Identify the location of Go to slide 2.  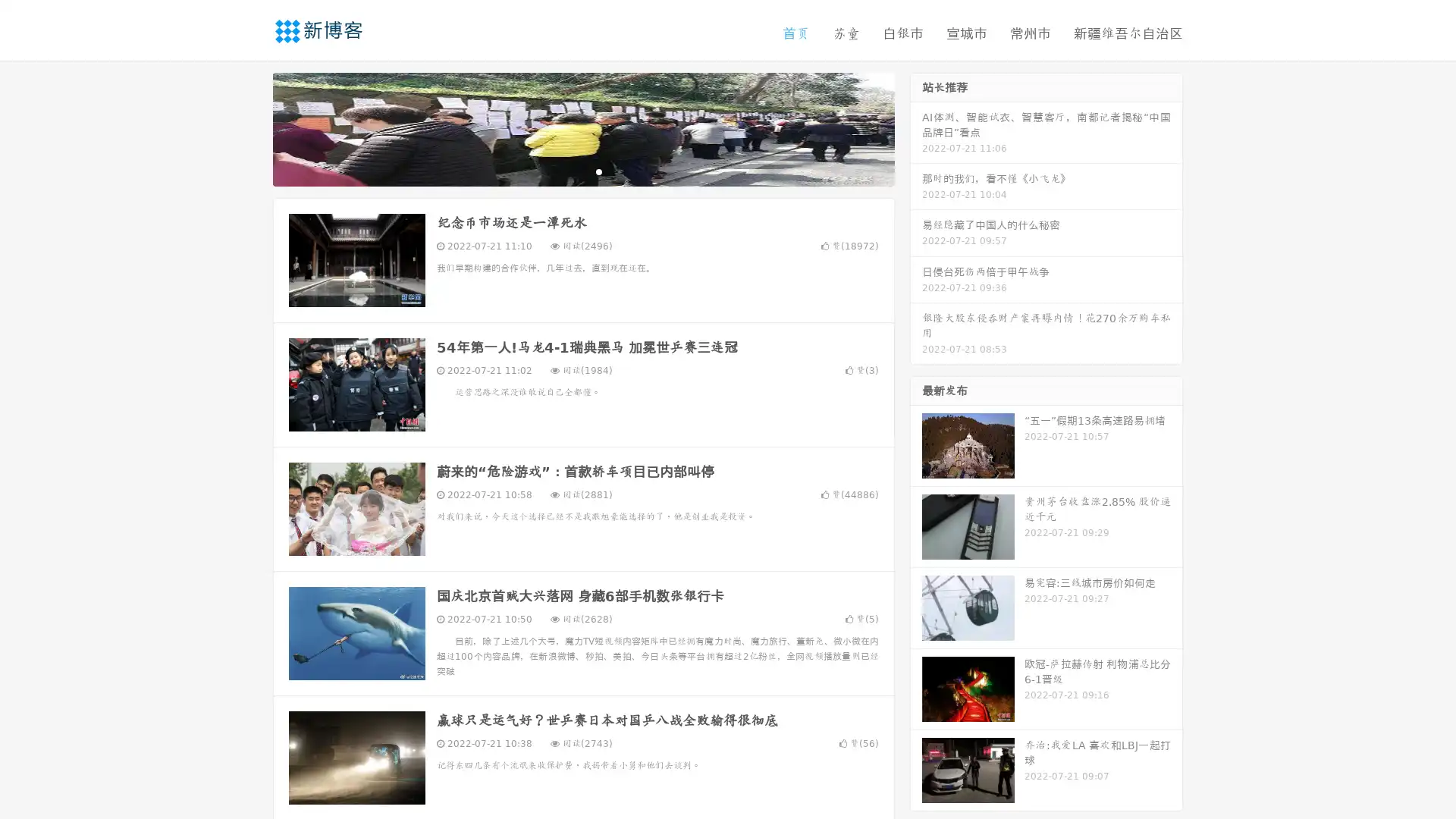
(582, 171).